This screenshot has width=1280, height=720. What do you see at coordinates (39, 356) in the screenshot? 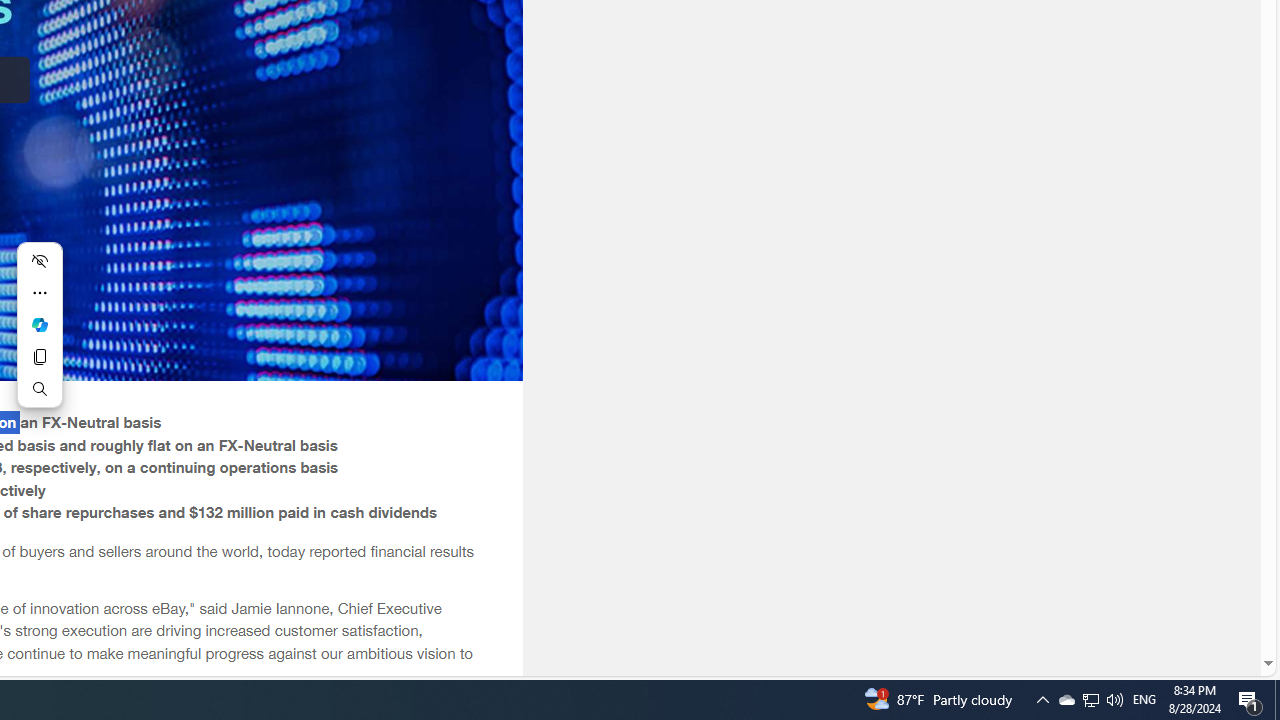
I see `'Copy'` at bounding box center [39, 356].